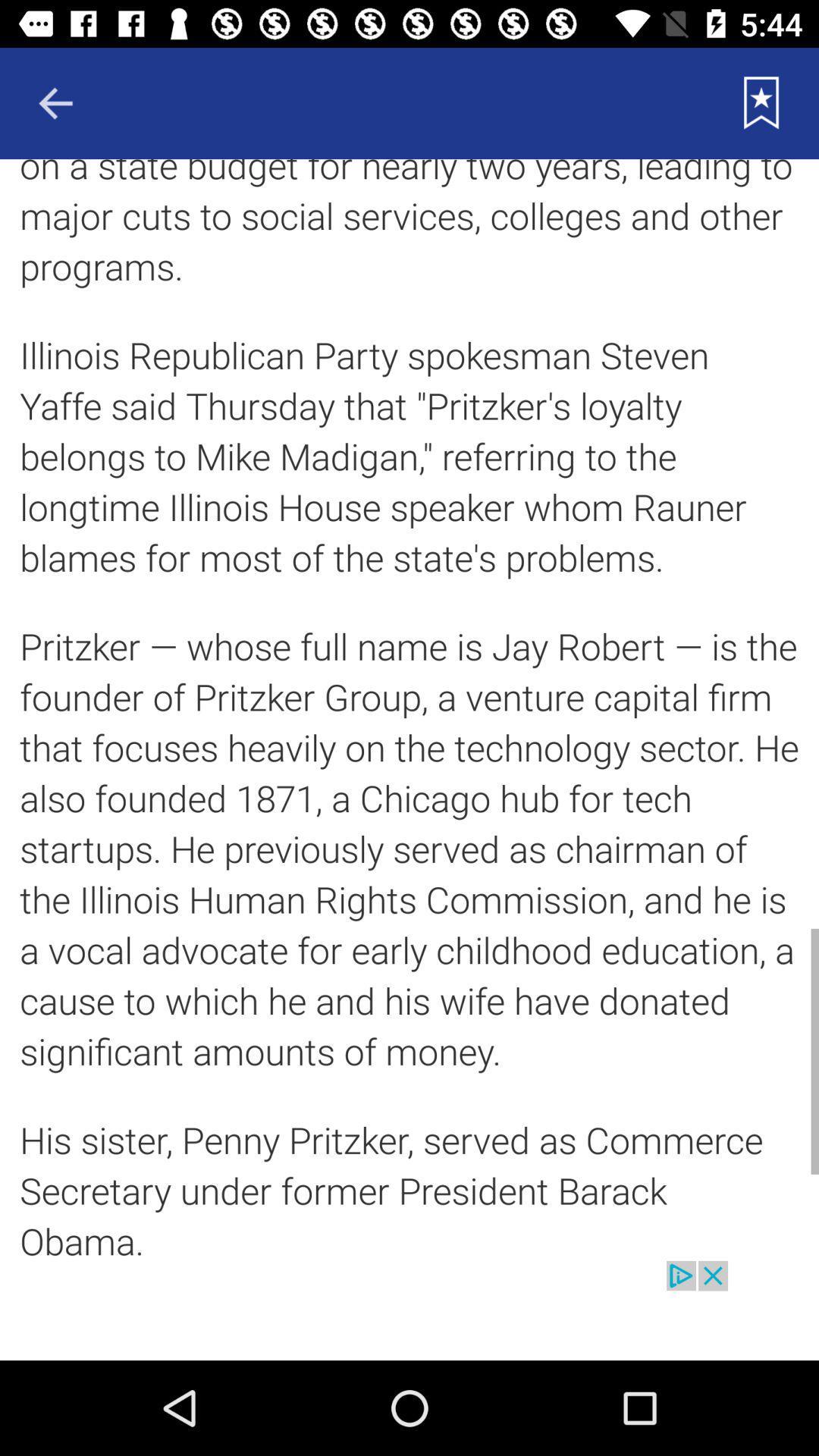 This screenshot has height=1456, width=819. Describe the element at coordinates (55, 102) in the screenshot. I see `the arrow_backward icon` at that location.